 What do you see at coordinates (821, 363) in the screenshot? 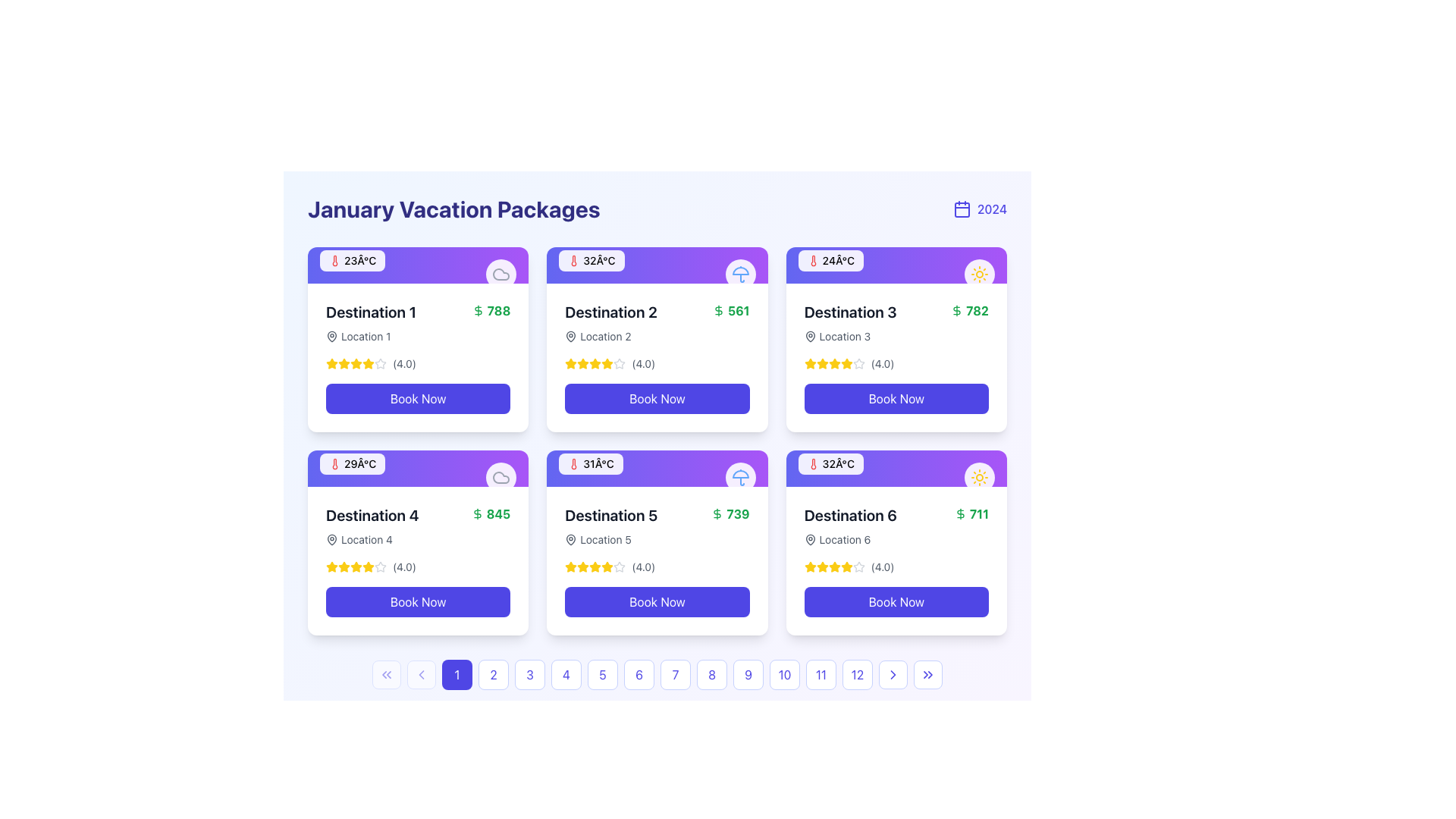
I see `the second star icon in the rating system located below the 'Destination 3' card` at bounding box center [821, 363].